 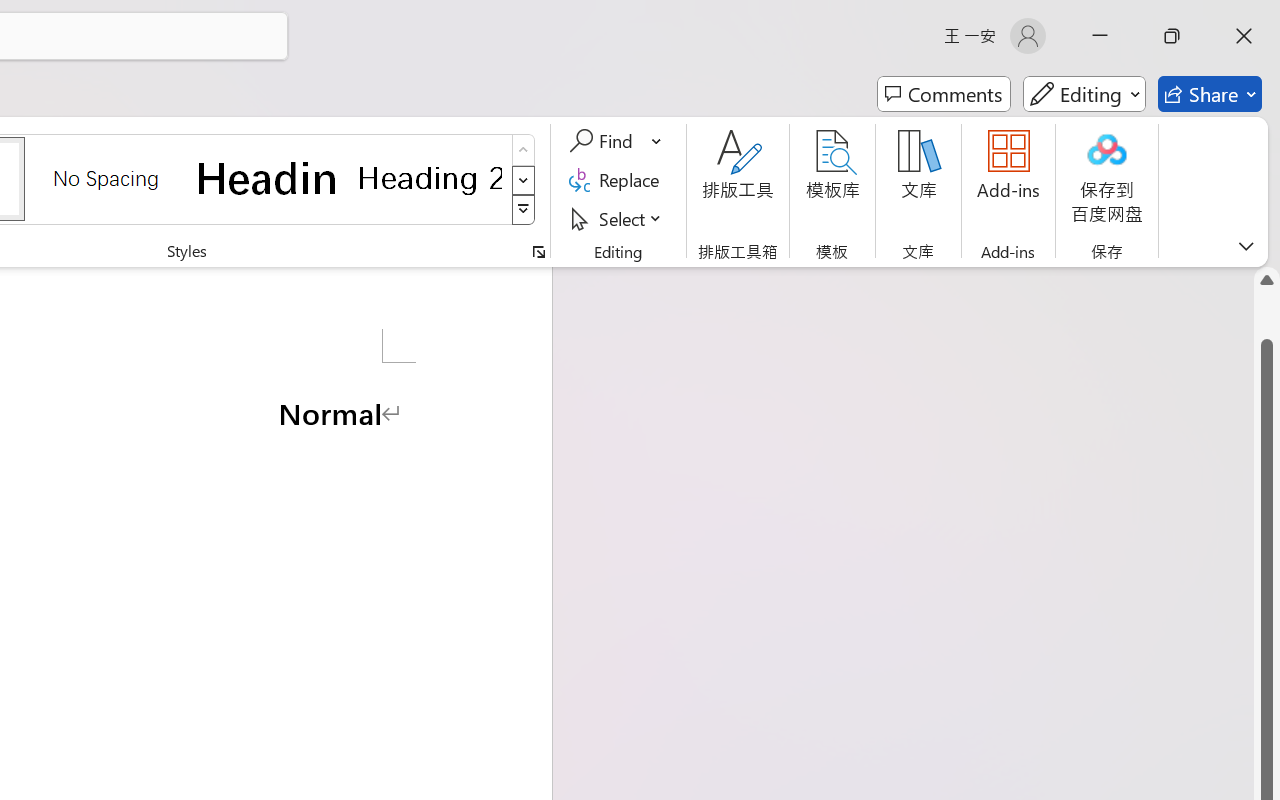 What do you see at coordinates (538, 251) in the screenshot?
I see `'Styles...'` at bounding box center [538, 251].